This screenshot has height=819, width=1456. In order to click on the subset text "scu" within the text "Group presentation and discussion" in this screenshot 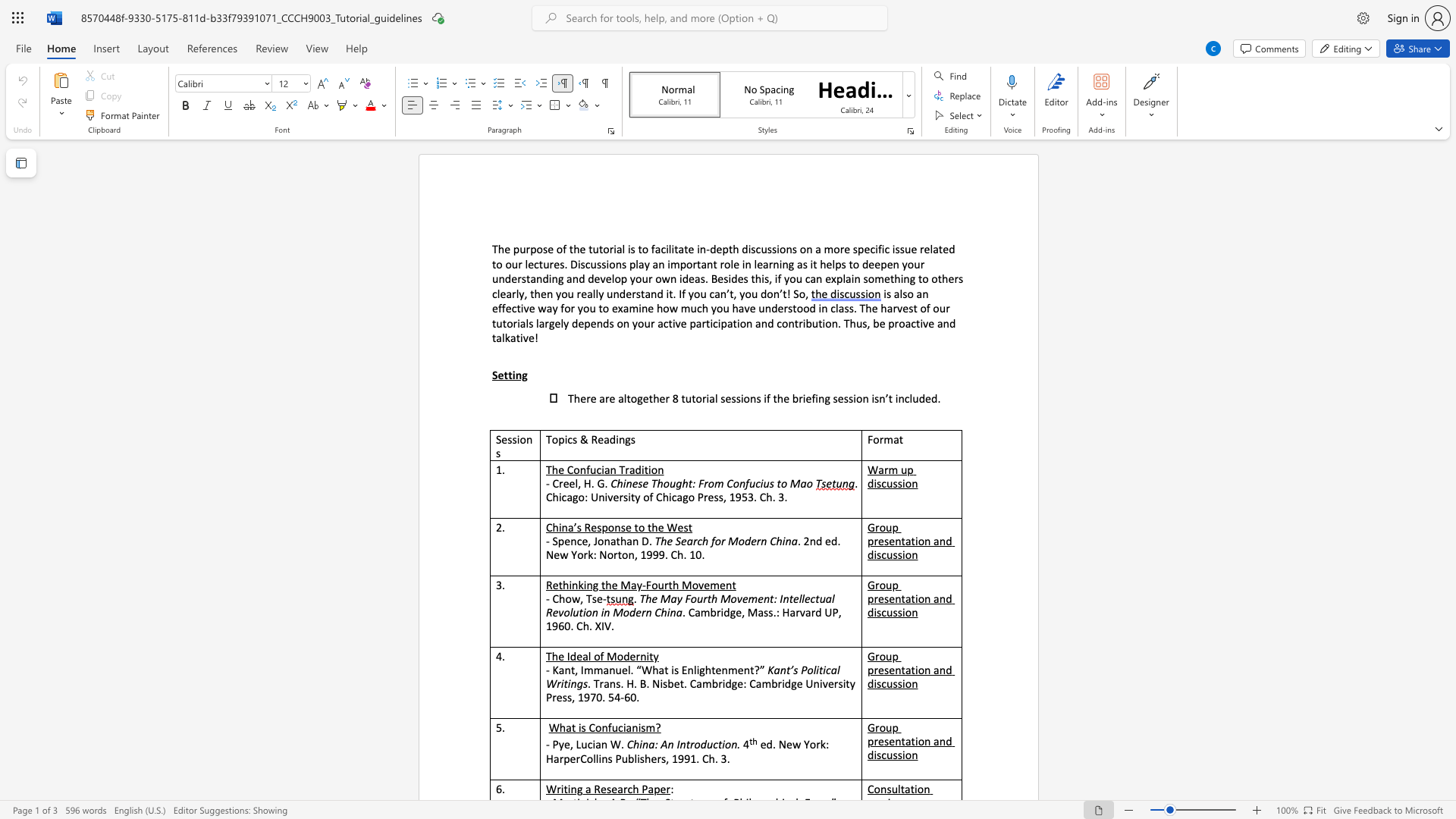, I will do `click(877, 683)`.